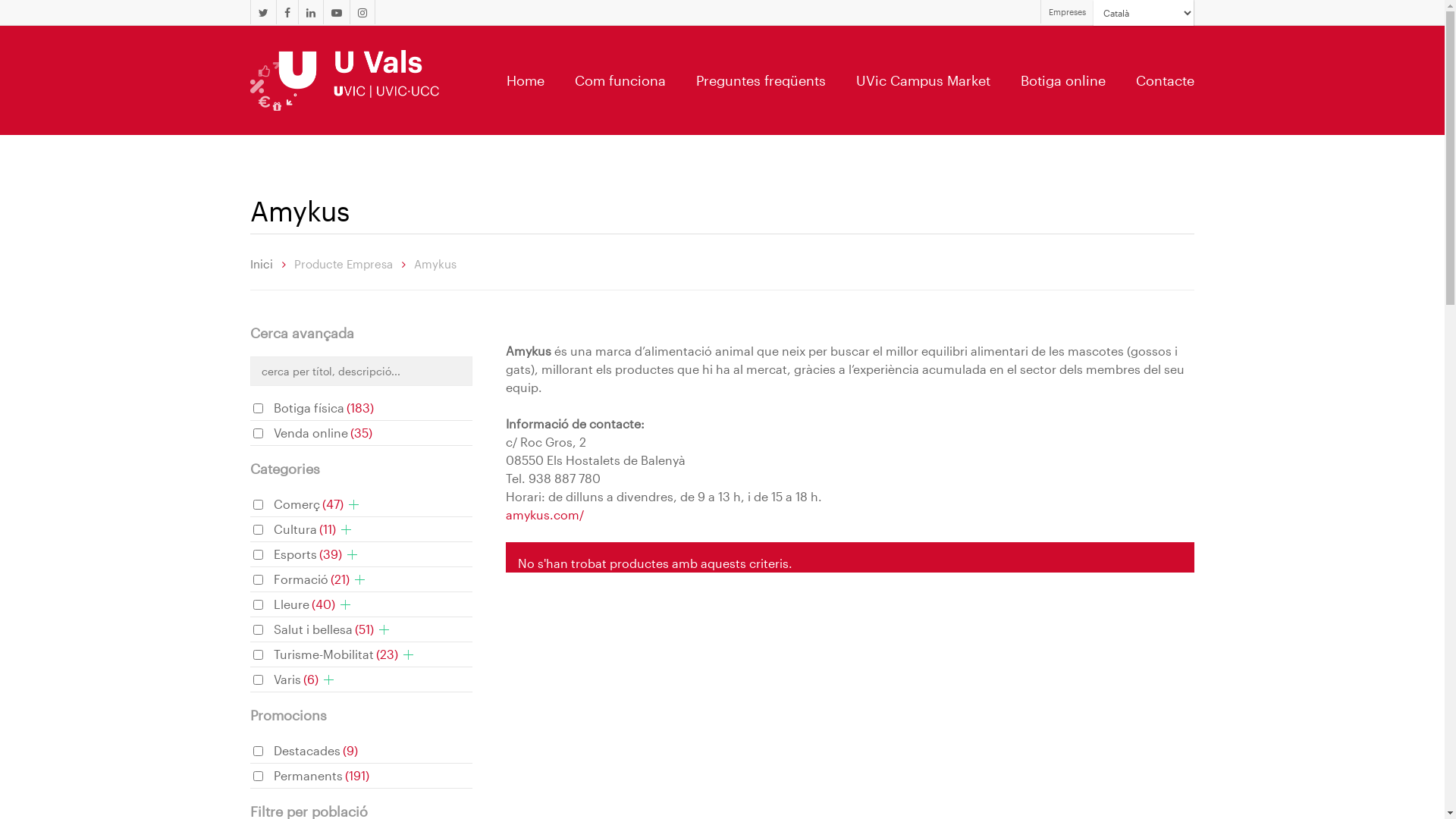  Describe the element at coordinates (922, 80) in the screenshot. I see `'UVic Campus Market'` at that location.